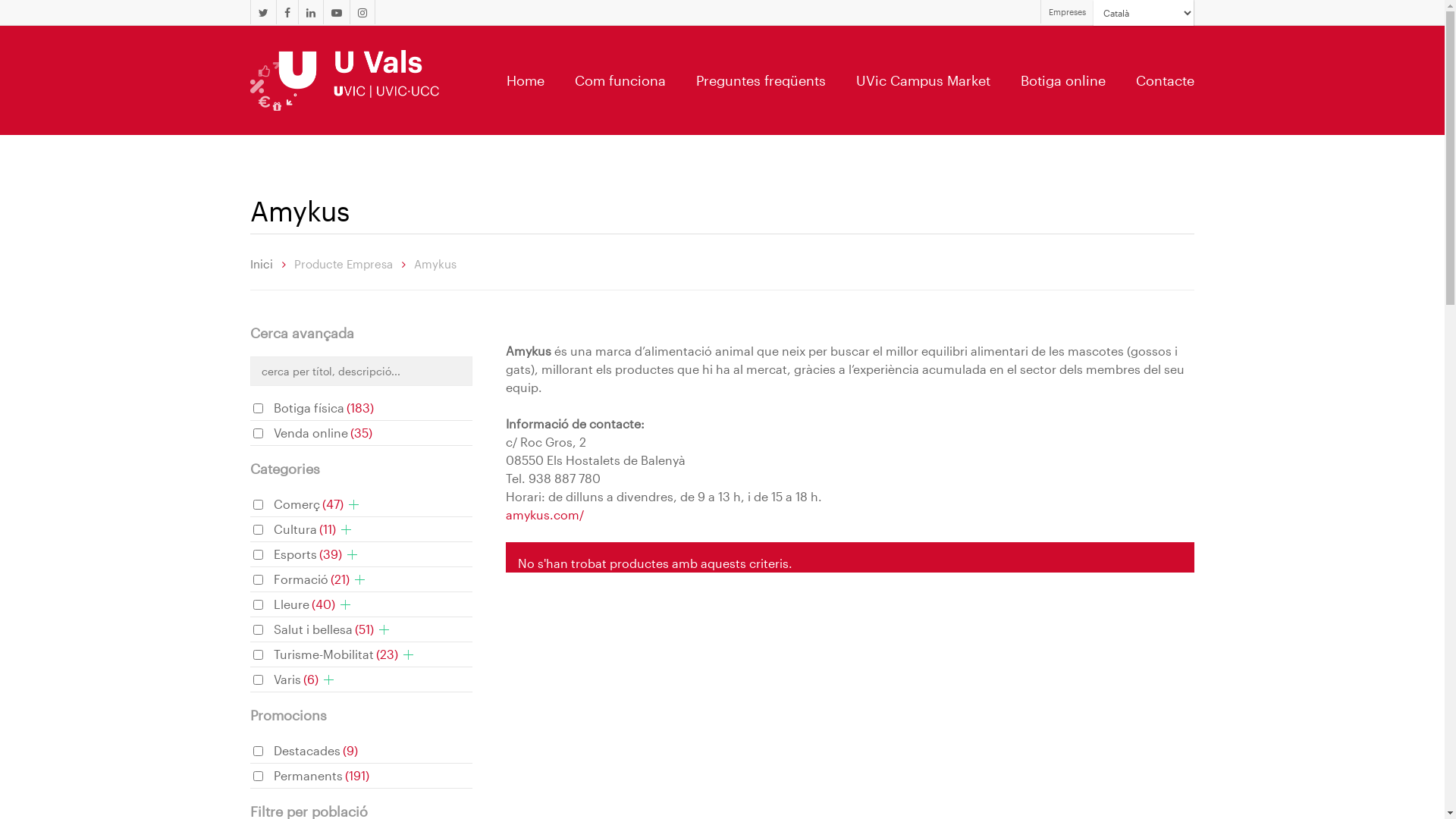  Describe the element at coordinates (922, 80) in the screenshot. I see `'UVic Campus Market'` at that location.